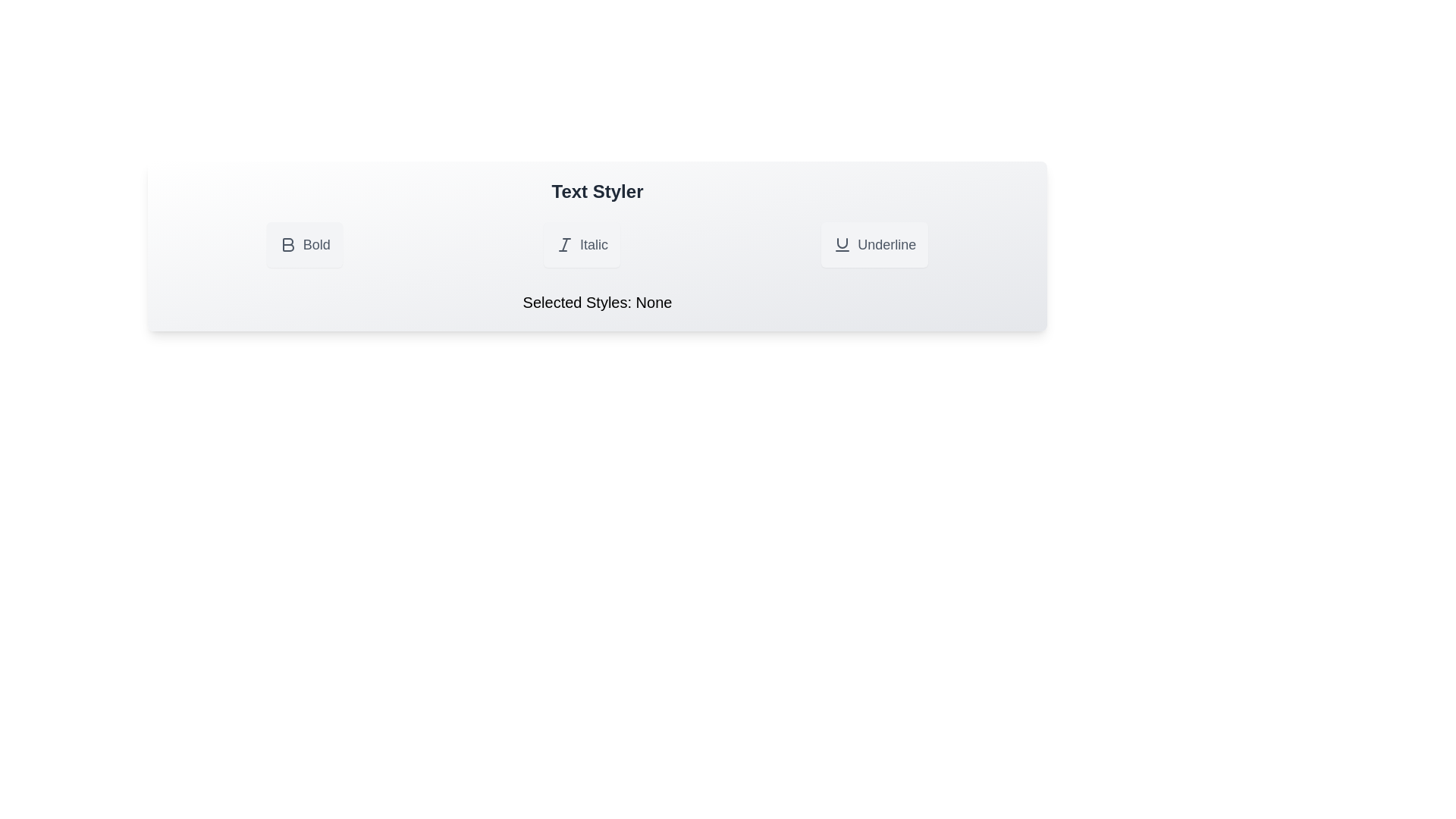 The width and height of the screenshot is (1456, 819). What do you see at coordinates (303, 244) in the screenshot?
I see `the 'Bold' button to toggle the bold style for the text` at bounding box center [303, 244].